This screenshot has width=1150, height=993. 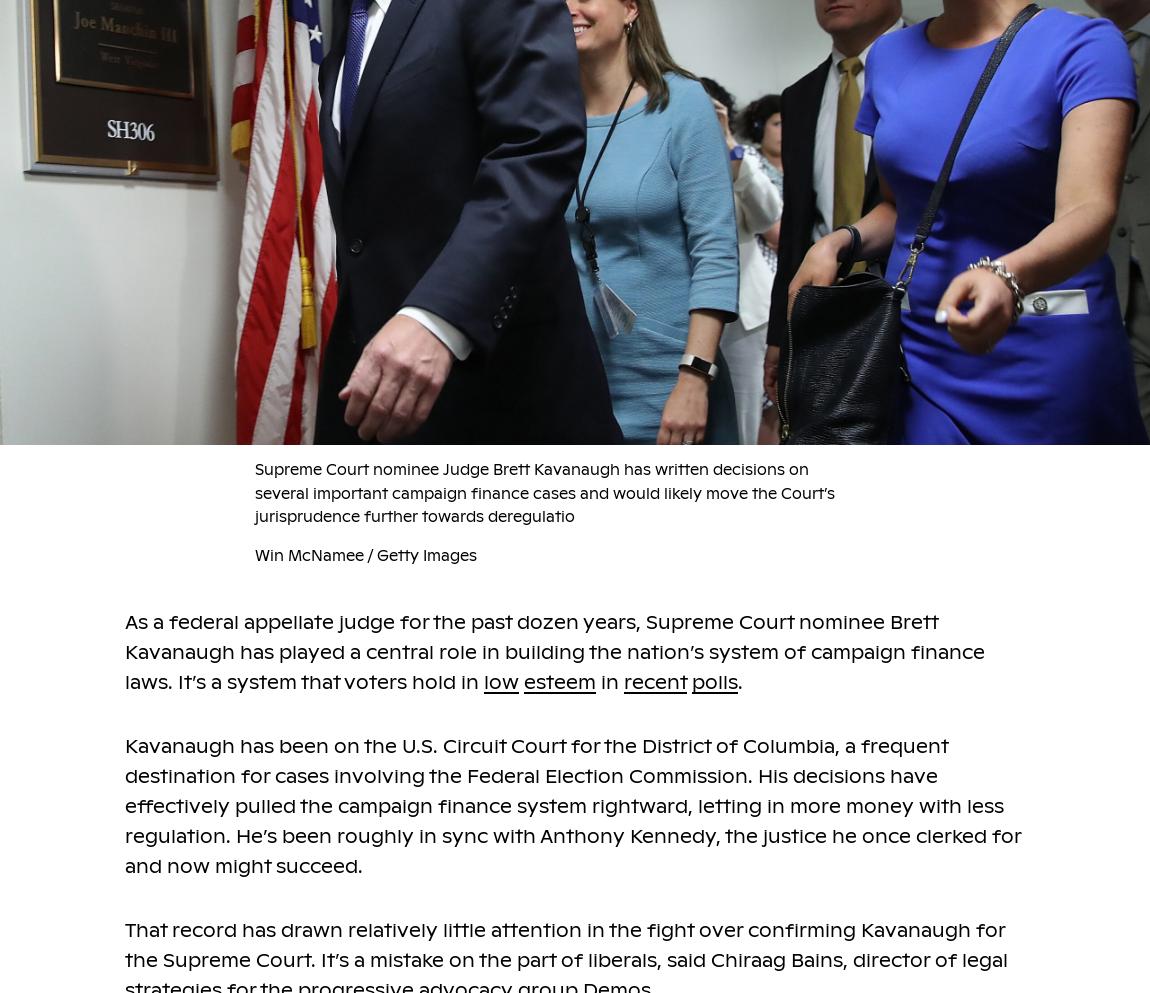 I want to click on 'recent', so click(x=654, y=682).